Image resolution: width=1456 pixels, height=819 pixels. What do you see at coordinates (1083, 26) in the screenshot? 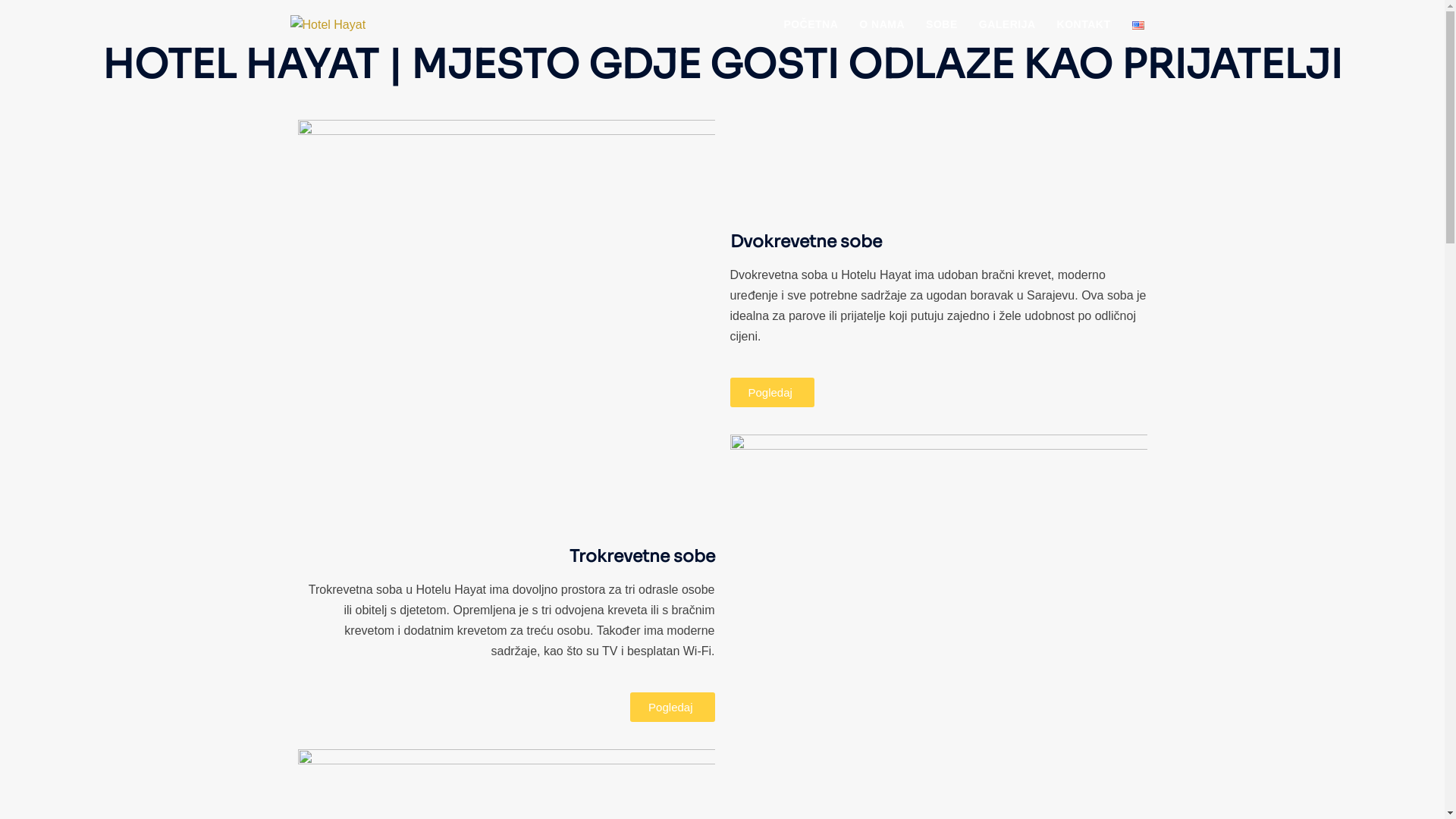
I see `'KONTAKT'` at bounding box center [1083, 26].